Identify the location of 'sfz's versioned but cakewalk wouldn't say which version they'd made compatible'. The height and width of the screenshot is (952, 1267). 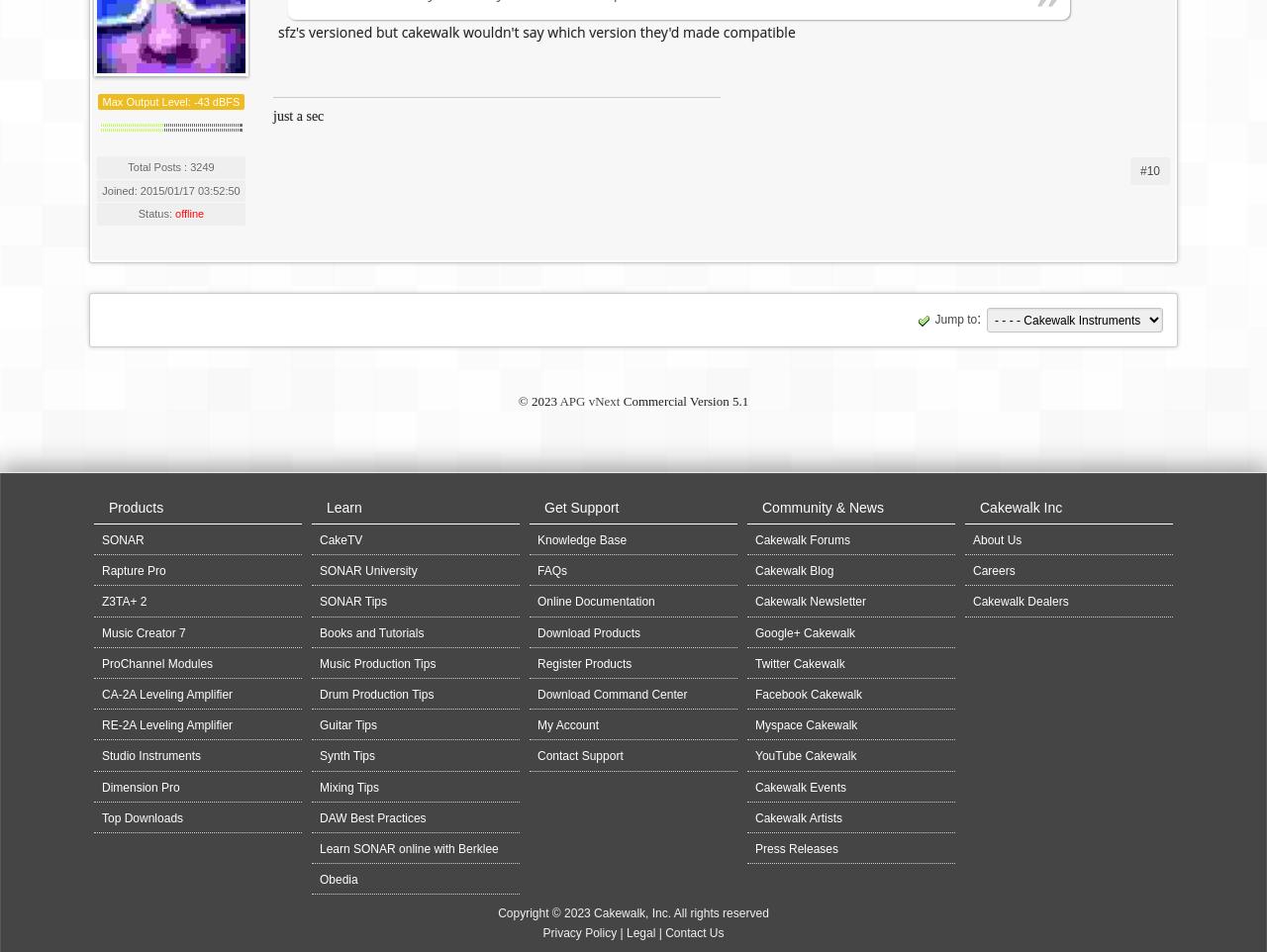
(536, 31).